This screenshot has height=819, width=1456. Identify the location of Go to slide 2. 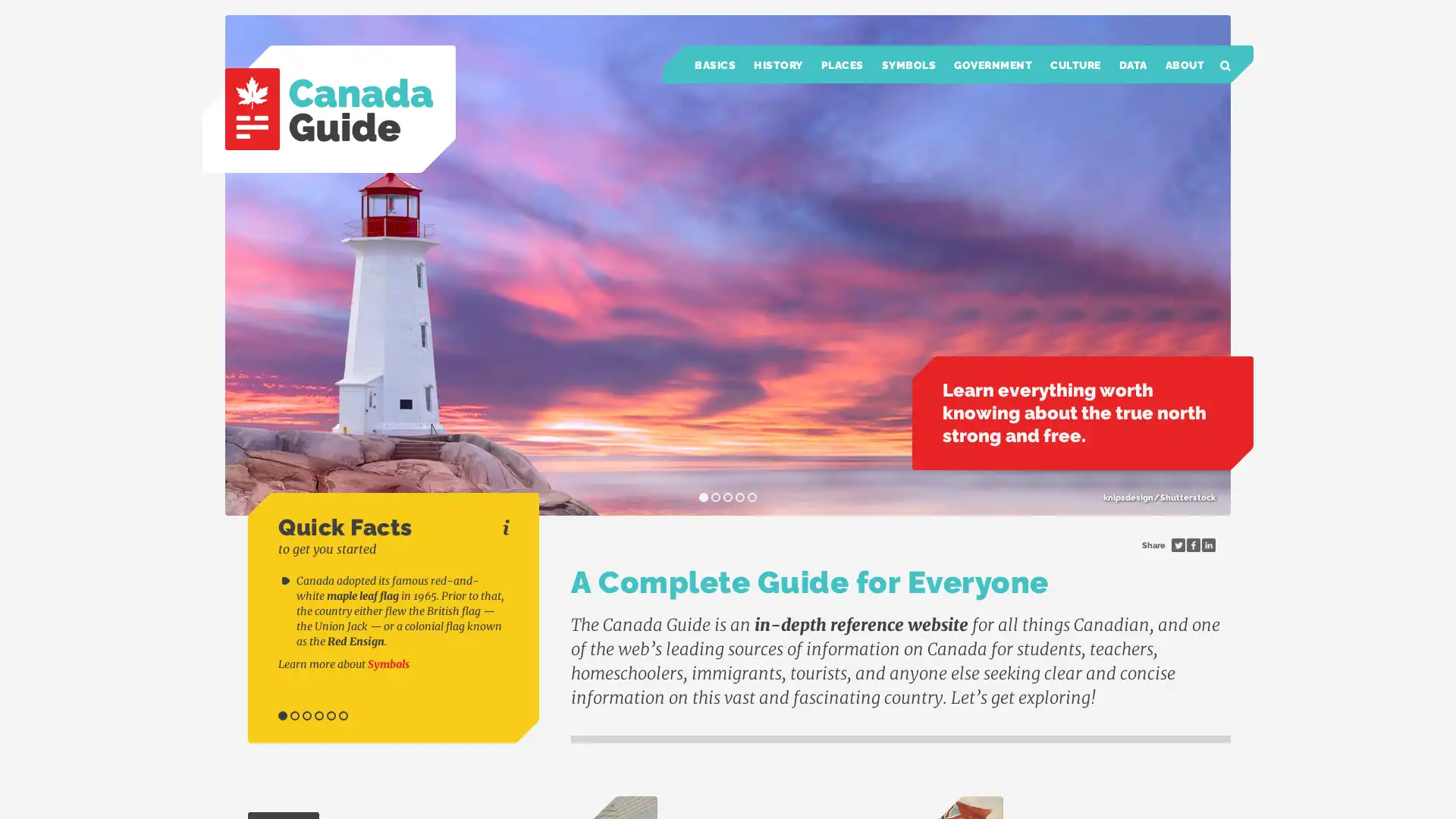
(715, 497).